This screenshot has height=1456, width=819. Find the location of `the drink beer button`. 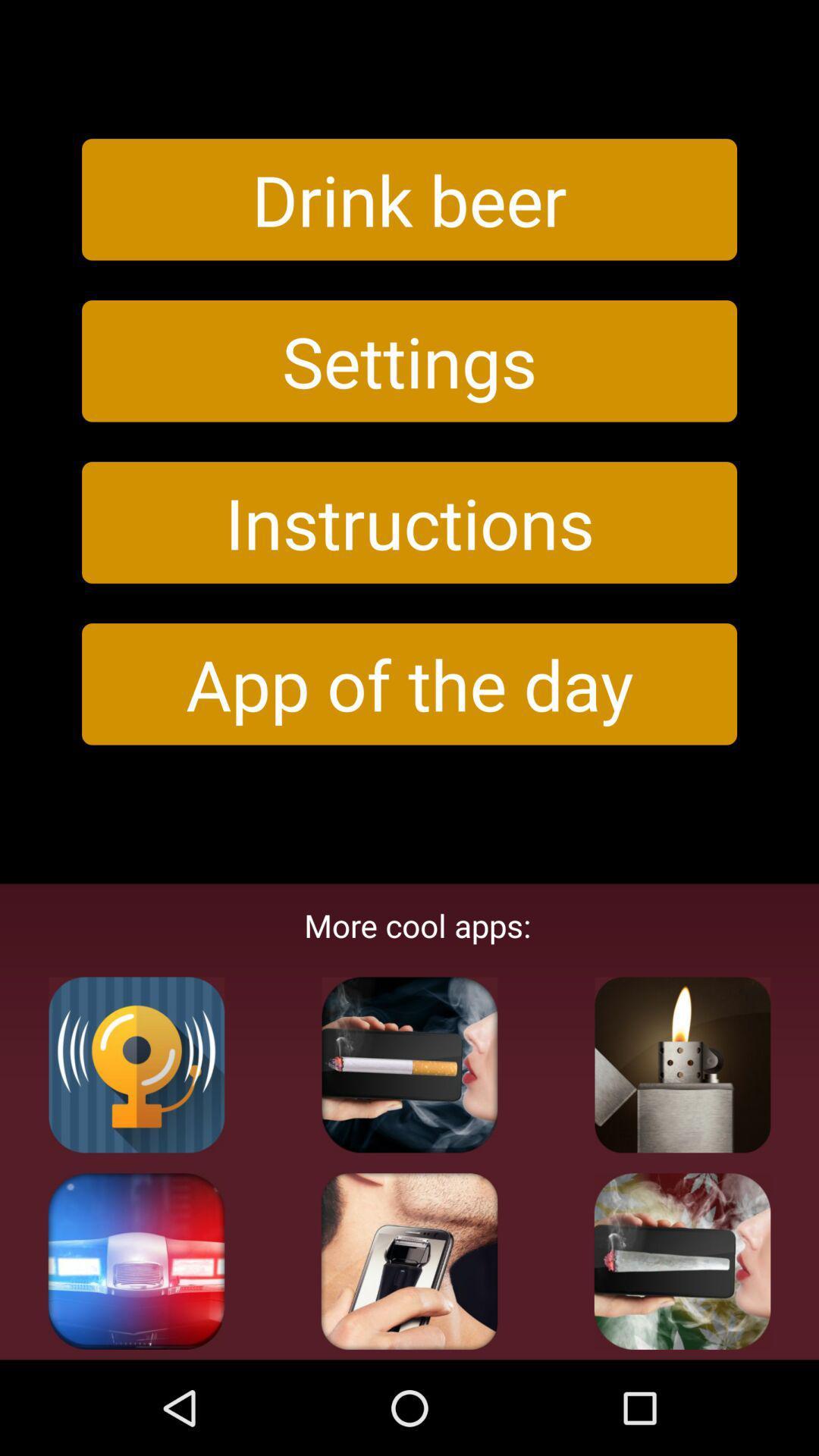

the drink beer button is located at coordinates (409, 199).